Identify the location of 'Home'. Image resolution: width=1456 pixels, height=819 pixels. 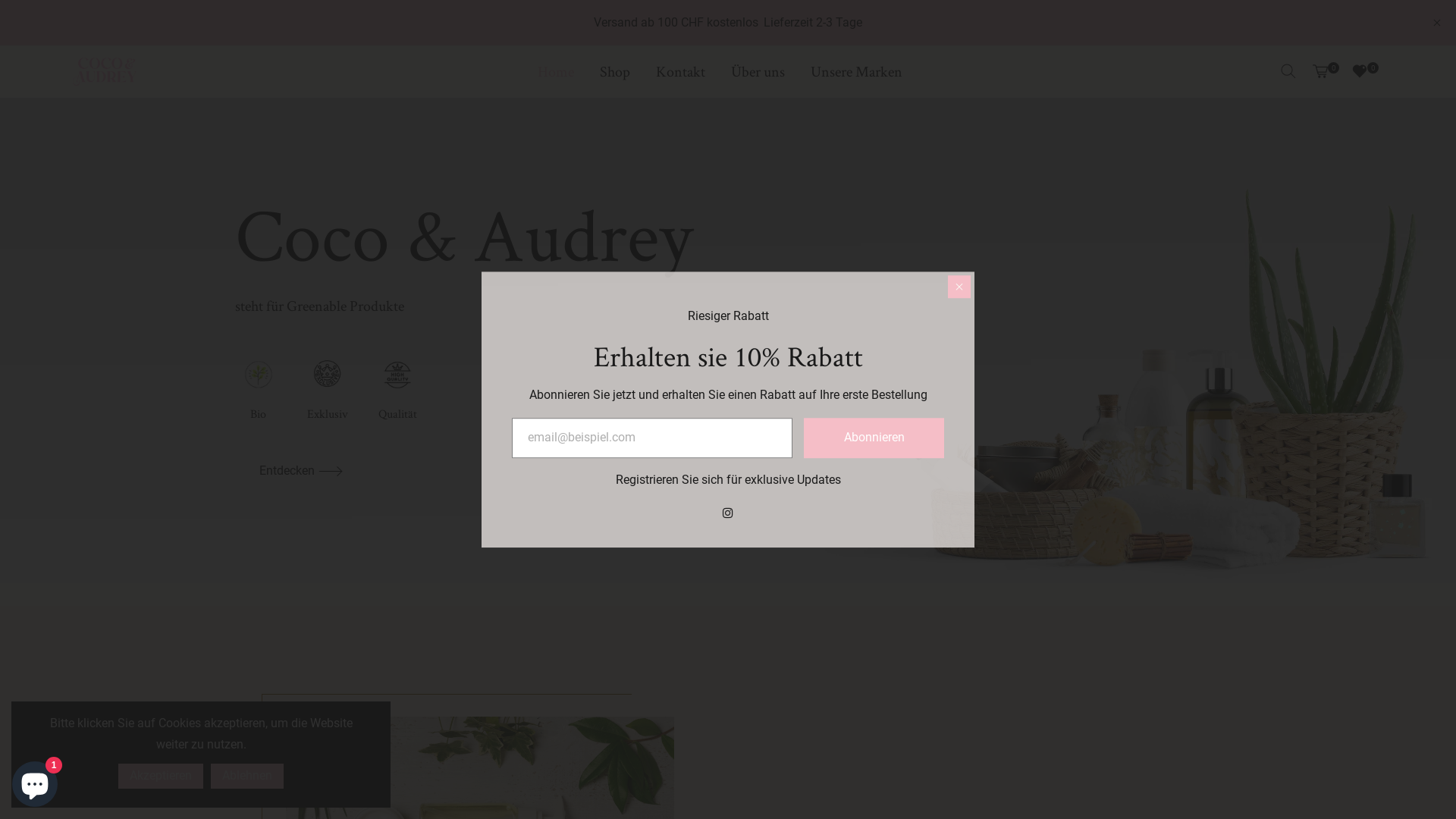
(555, 71).